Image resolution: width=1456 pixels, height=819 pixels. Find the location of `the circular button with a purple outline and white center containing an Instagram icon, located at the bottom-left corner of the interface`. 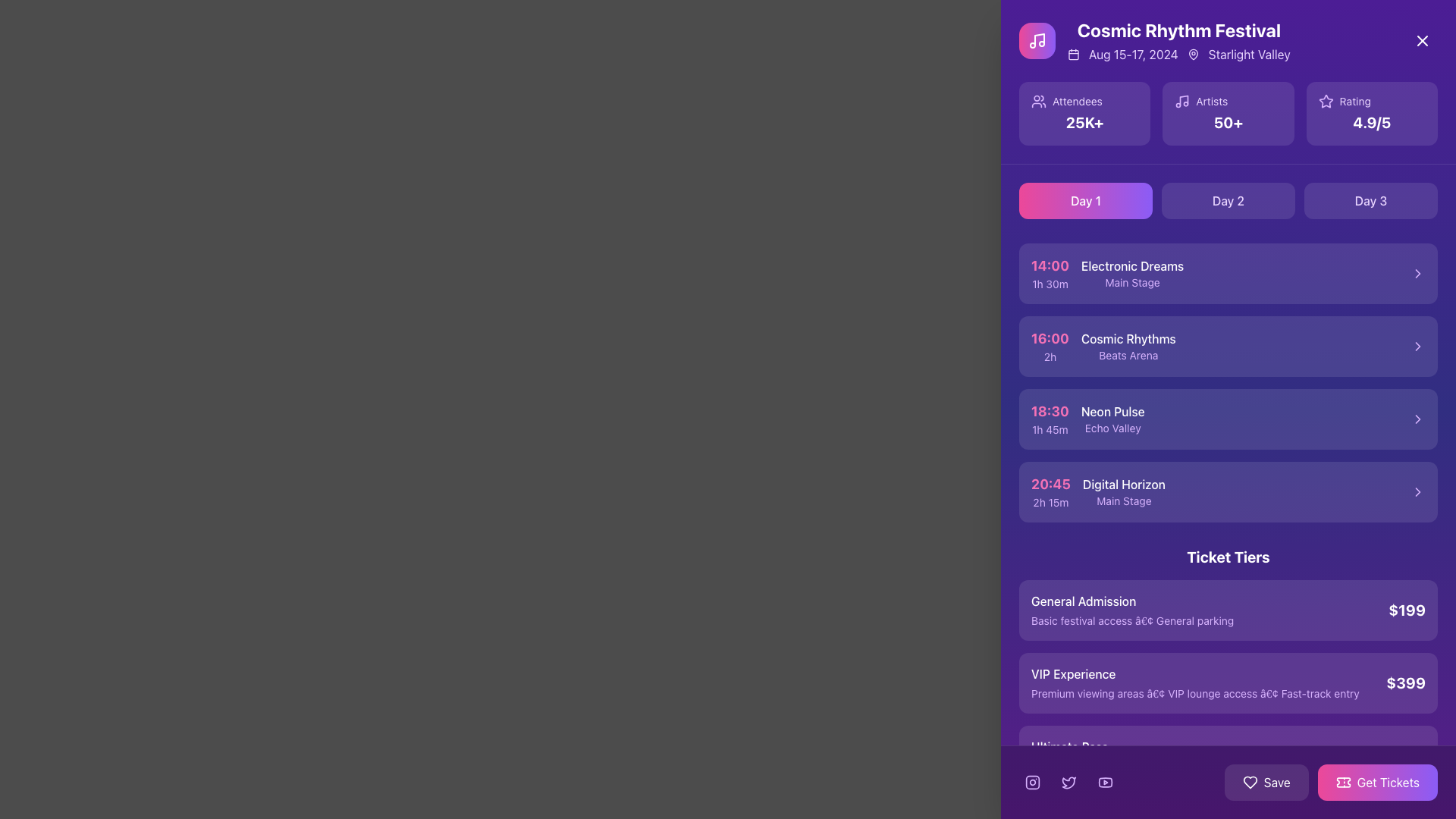

the circular button with a purple outline and white center containing an Instagram icon, located at the bottom-left corner of the interface is located at coordinates (1032, 783).